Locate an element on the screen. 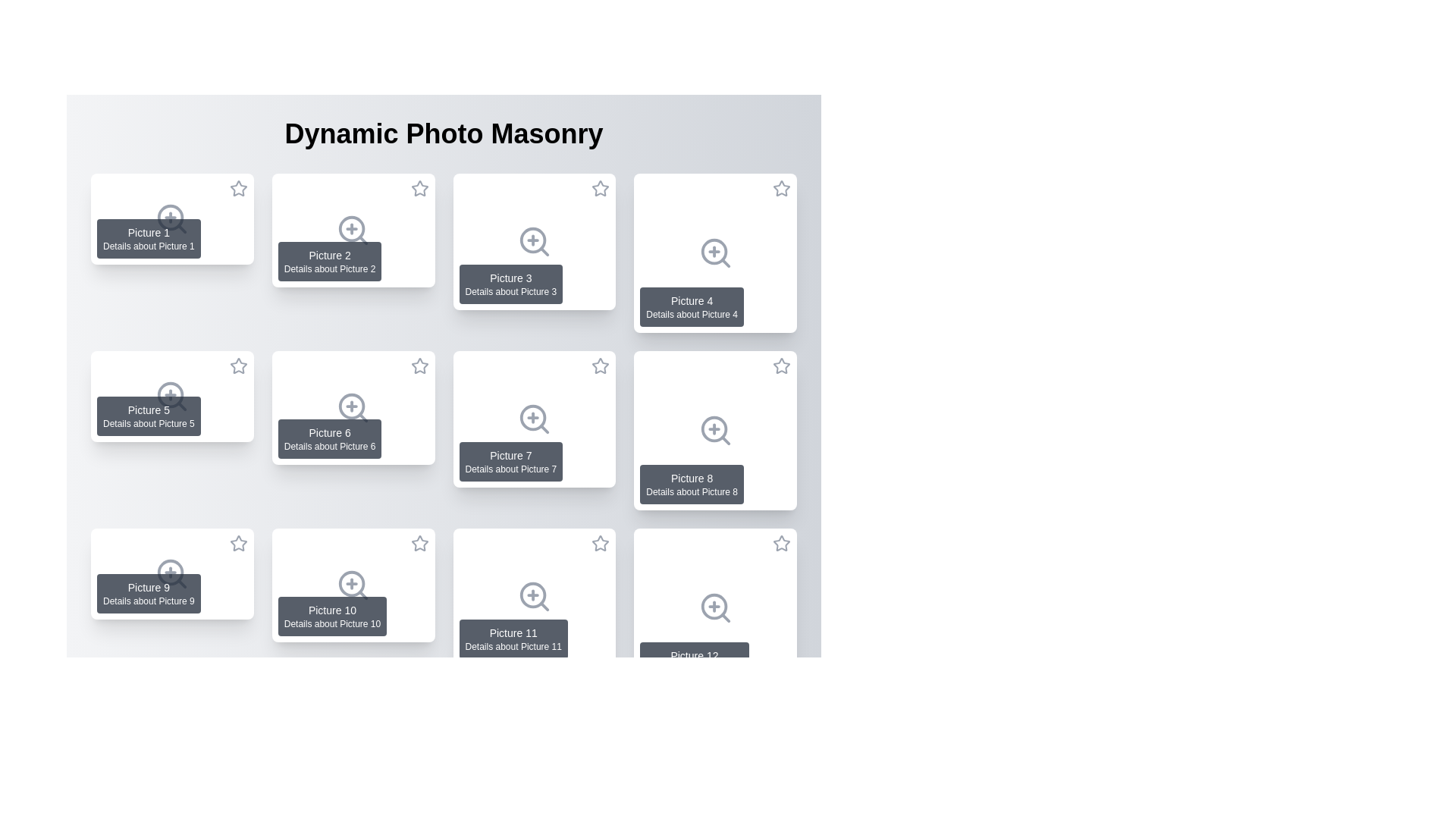 This screenshot has height=819, width=1456. the zoom-in icon, which is a magnifying glass with a plus sign, located in the lower center of the 'Picture 10' card in the 'Dynamic Photo Masonry' layout is located at coordinates (353, 584).